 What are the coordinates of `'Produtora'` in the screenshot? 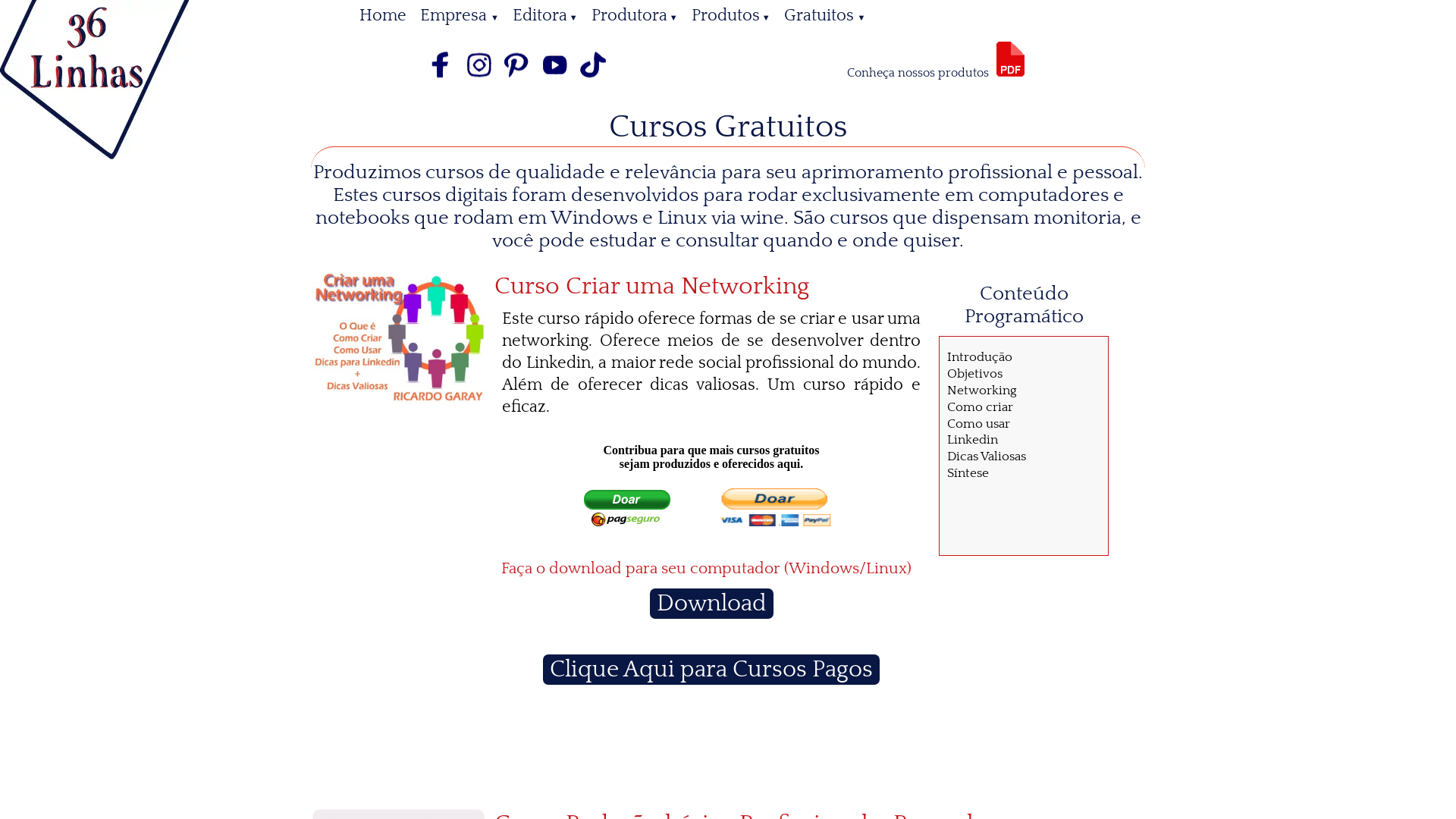 It's located at (584, 15).